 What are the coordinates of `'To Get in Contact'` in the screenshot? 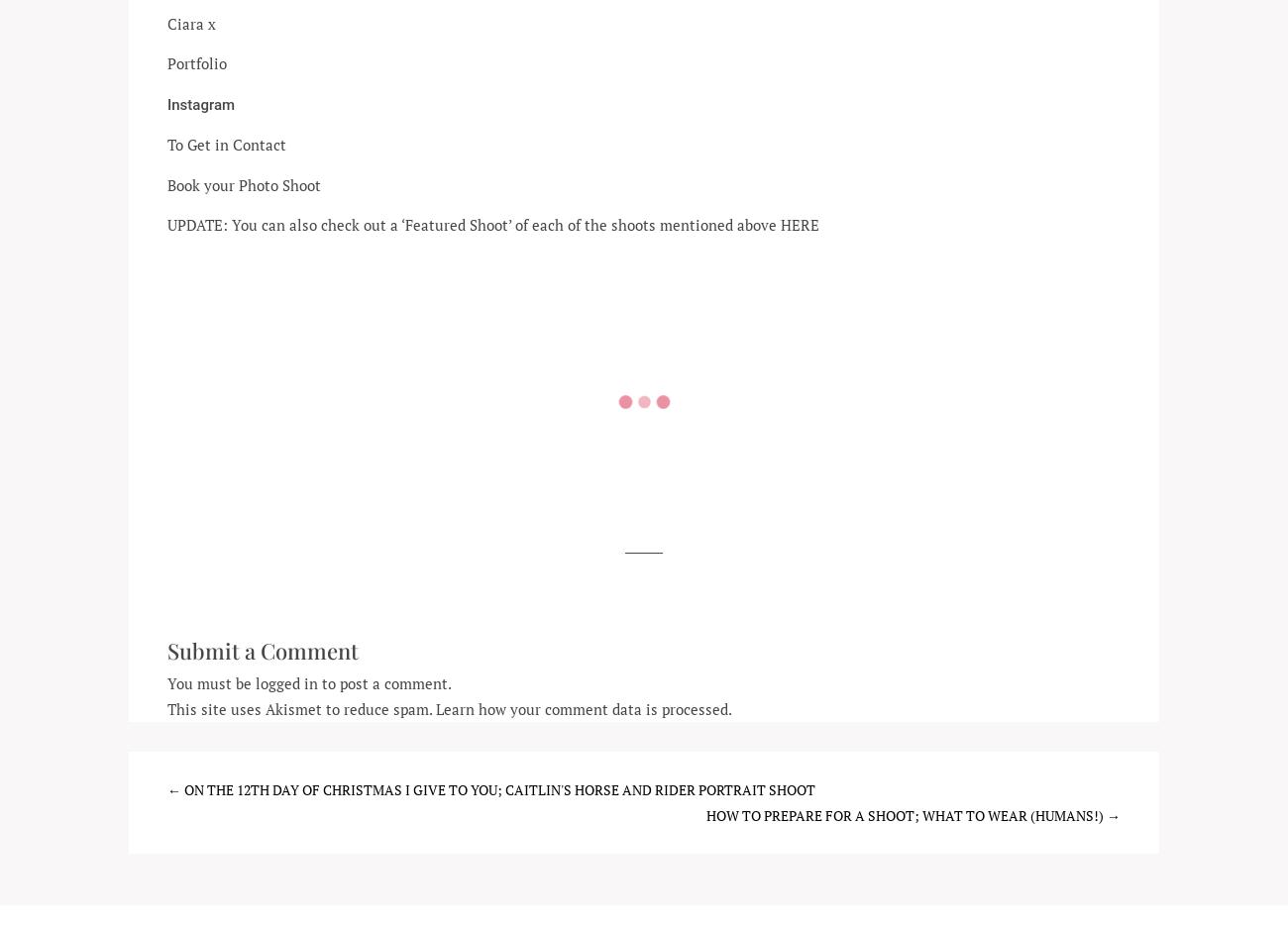 It's located at (226, 145).